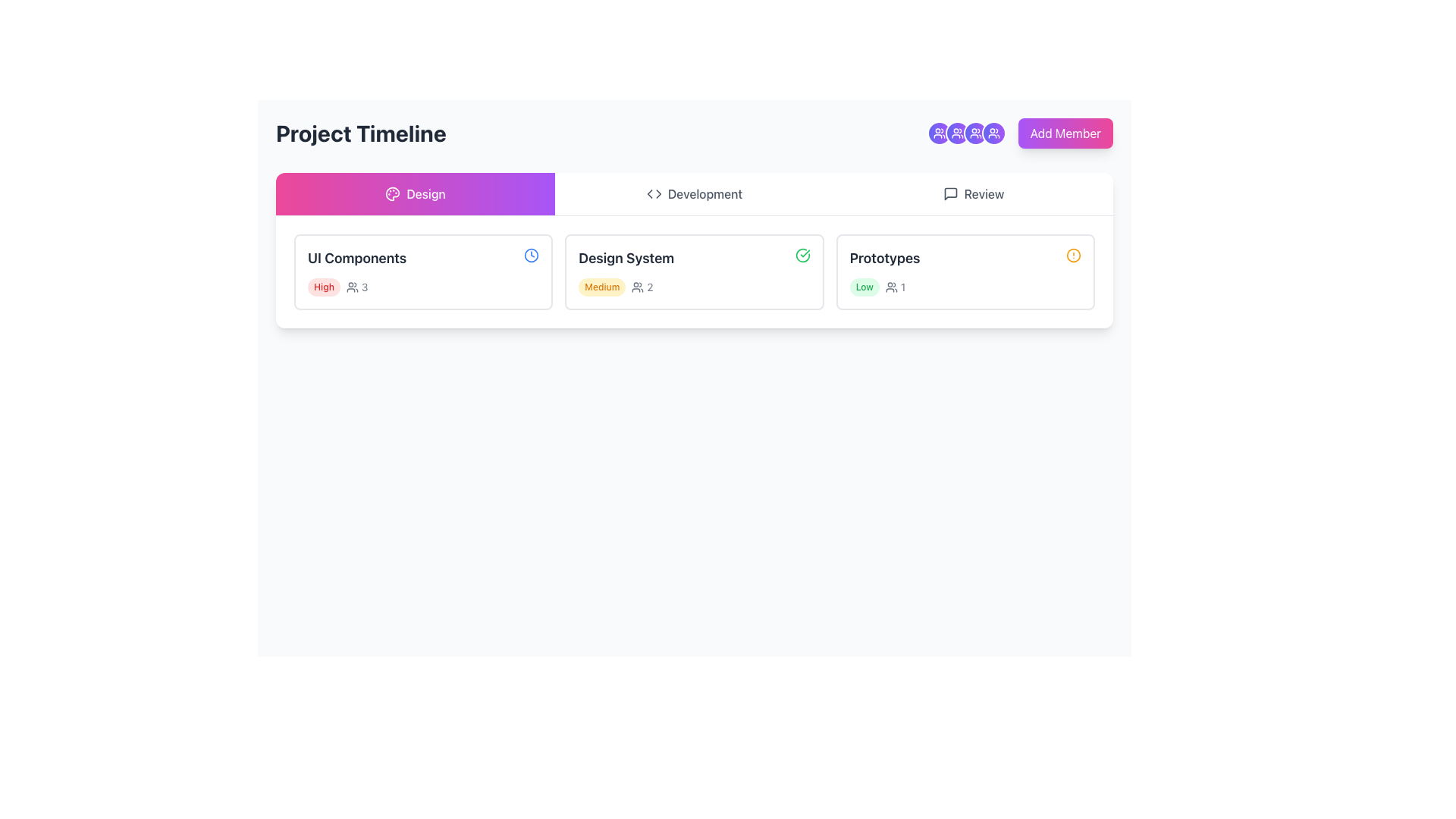  Describe the element at coordinates (973, 193) in the screenshot. I see `the third tab button in the horizontal navigation bar` at that location.